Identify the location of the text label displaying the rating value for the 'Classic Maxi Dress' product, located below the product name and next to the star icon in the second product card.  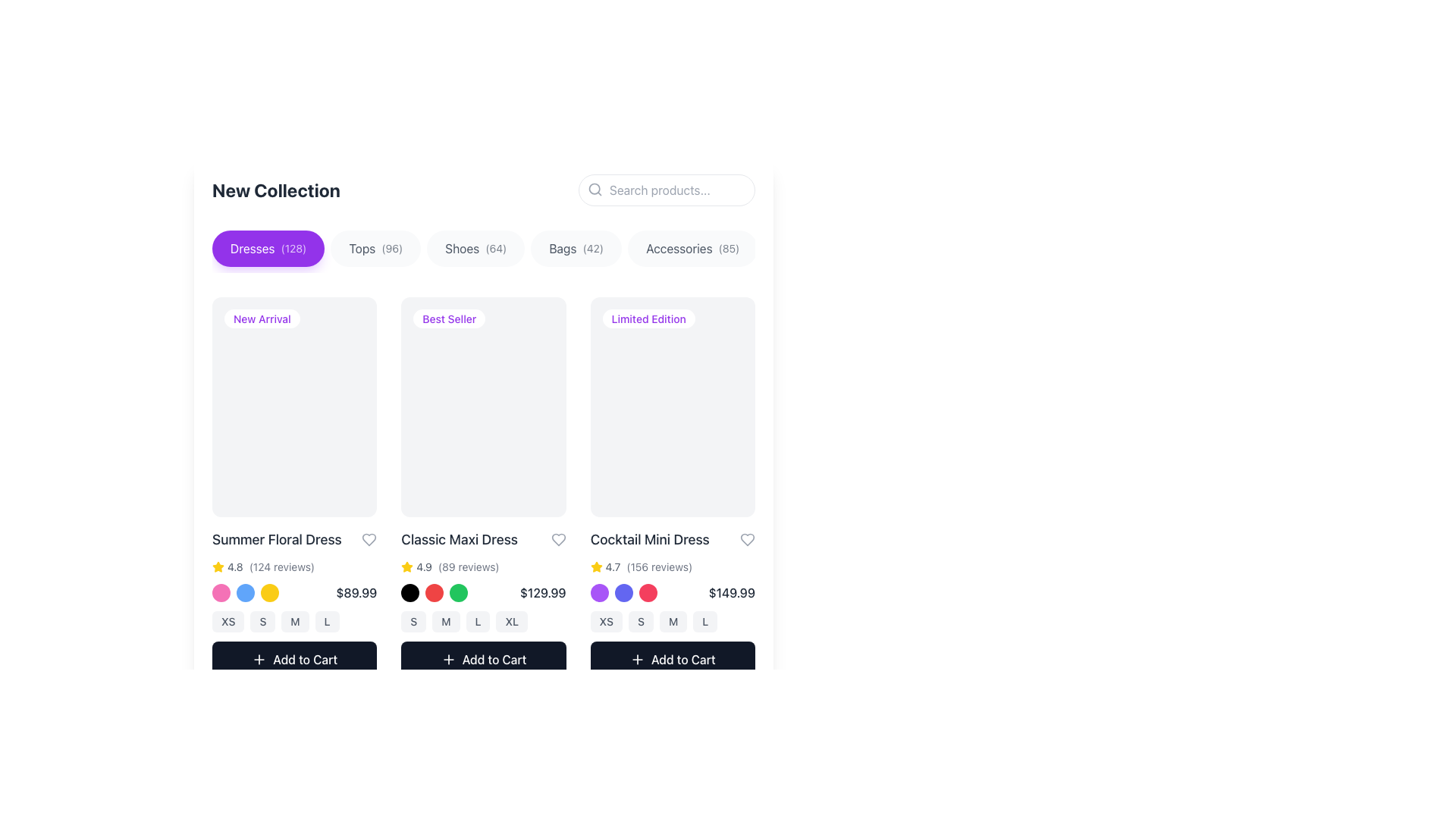
(424, 566).